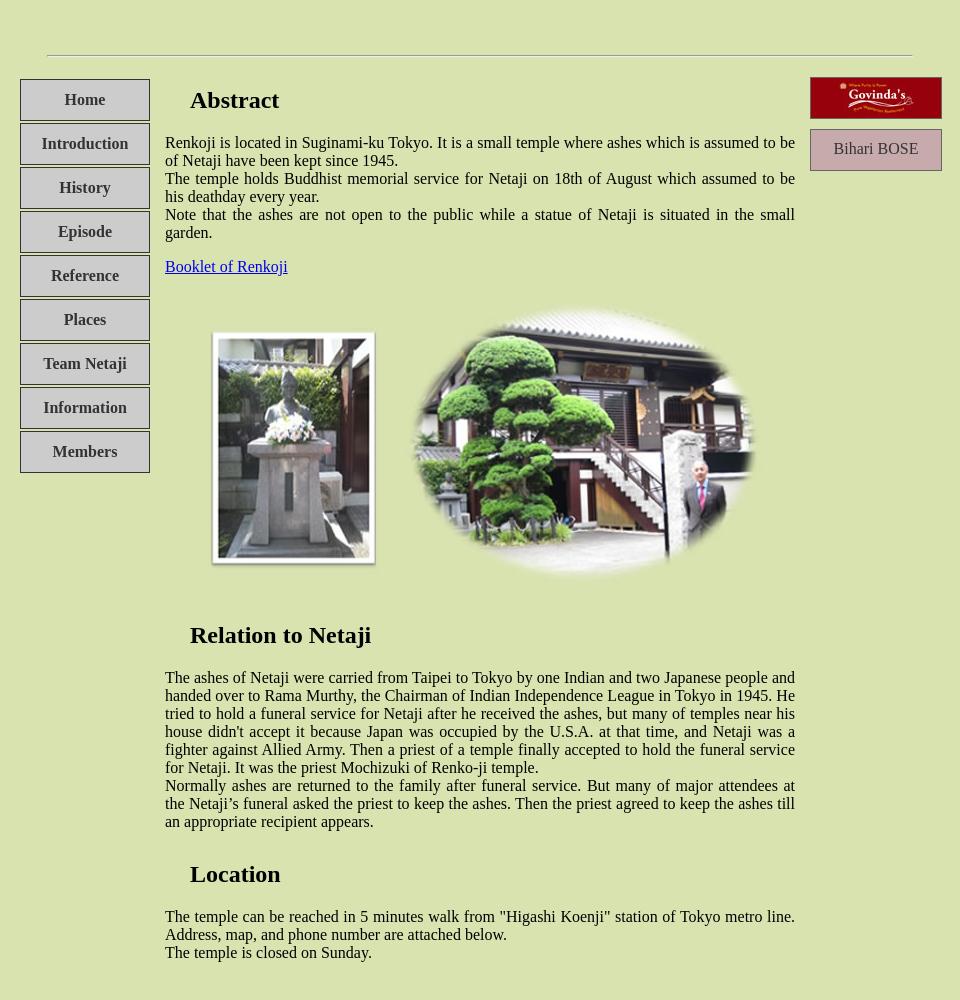 This screenshot has width=960, height=1000. Describe the element at coordinates (84, 449) in the screenshot. I see `'Members'` at that location.